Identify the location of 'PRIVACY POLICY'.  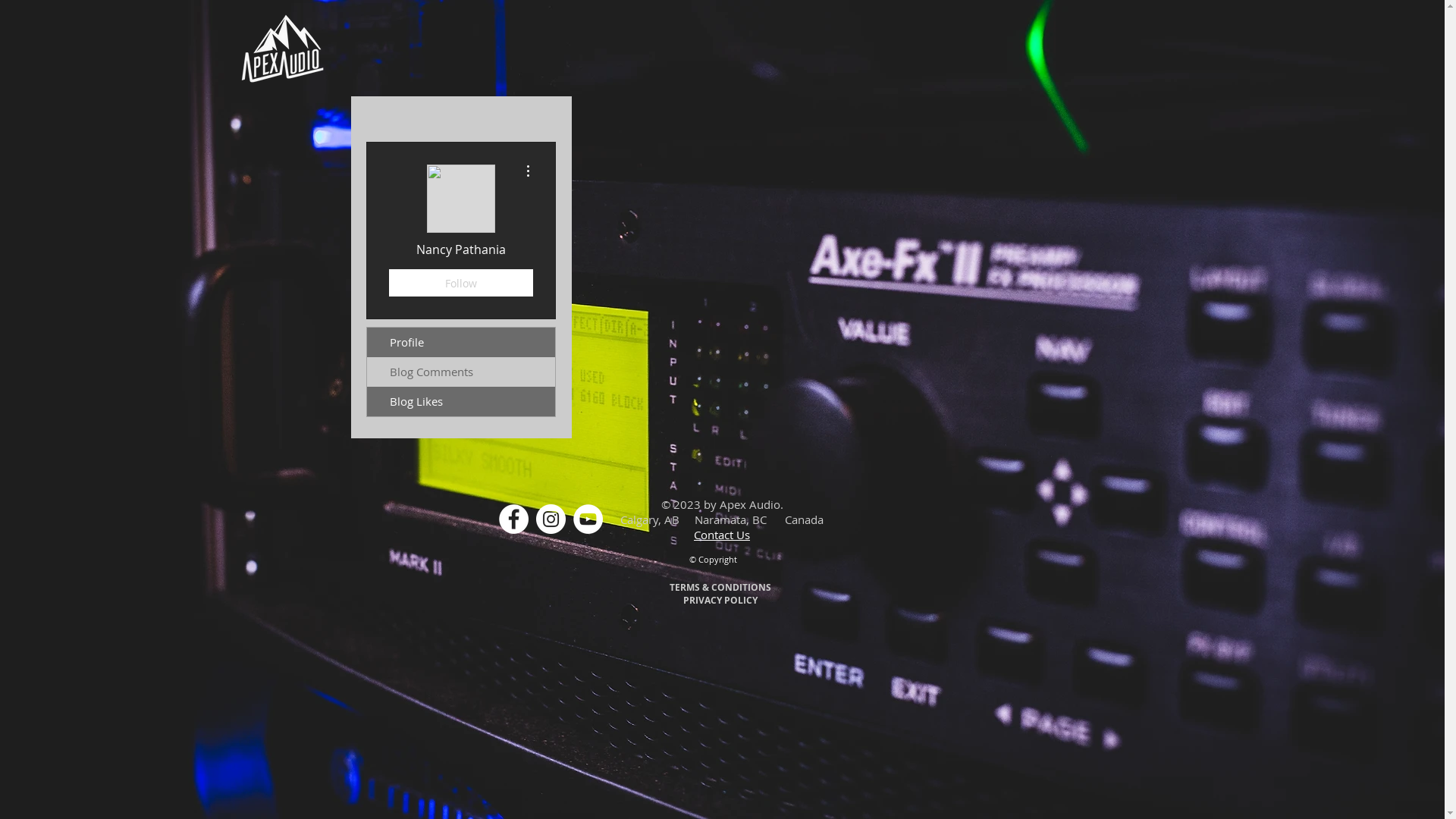
(719, 598).